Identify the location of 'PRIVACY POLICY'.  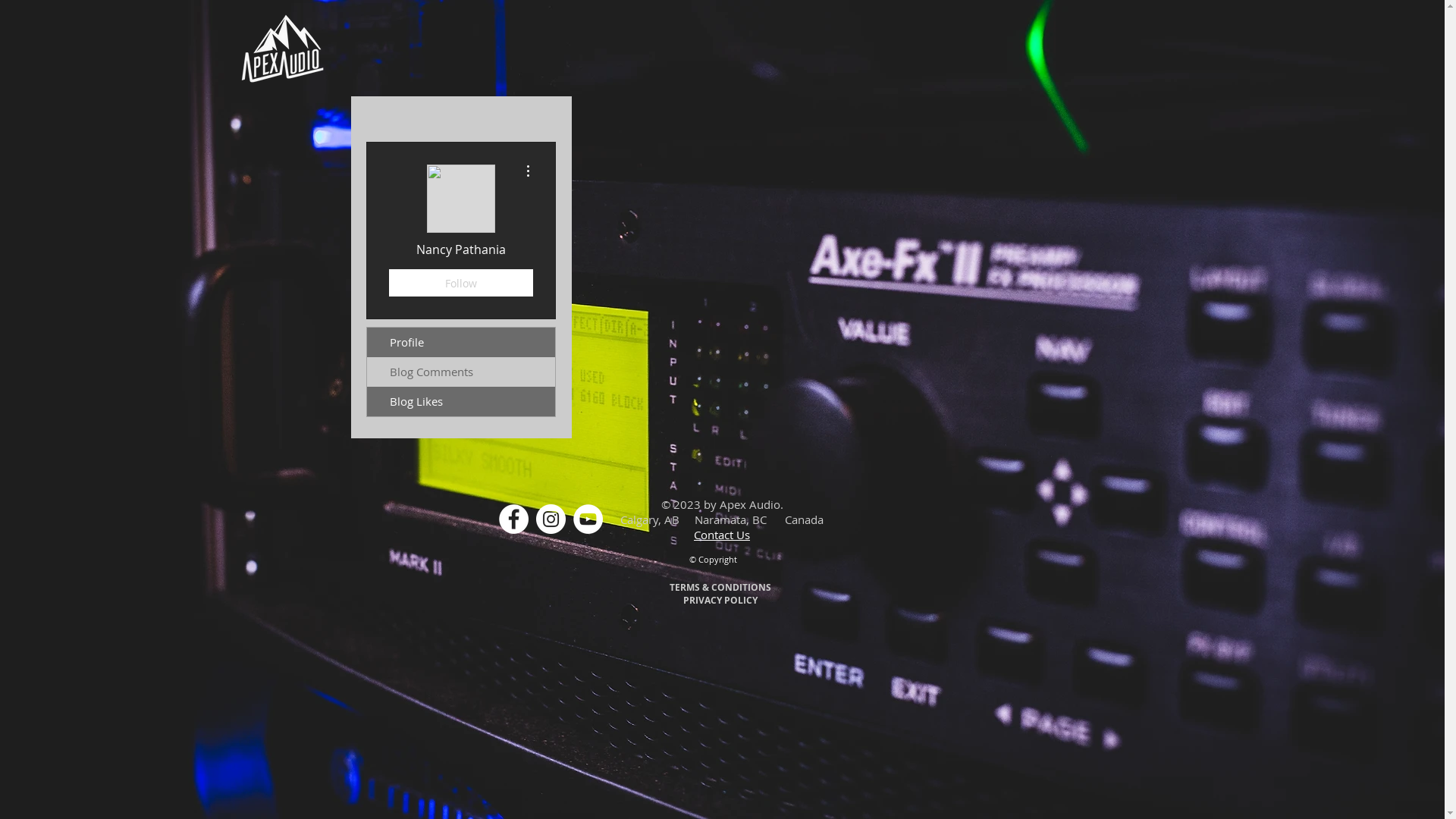
(719, 598).